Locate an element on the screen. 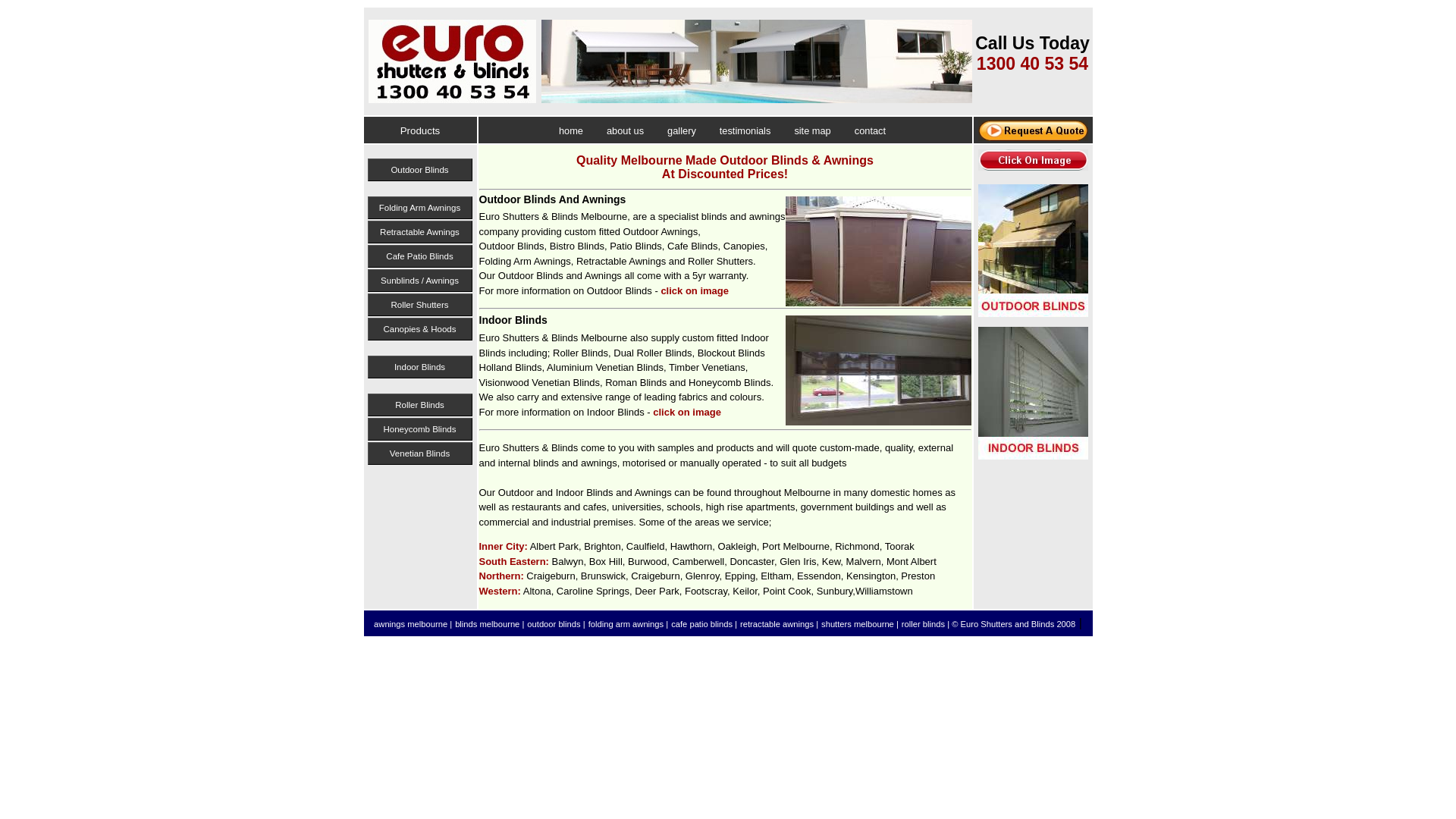 This screenshot has width=1456, height=819. 'shutters melbourne |' is located at coordinates (859, 623).